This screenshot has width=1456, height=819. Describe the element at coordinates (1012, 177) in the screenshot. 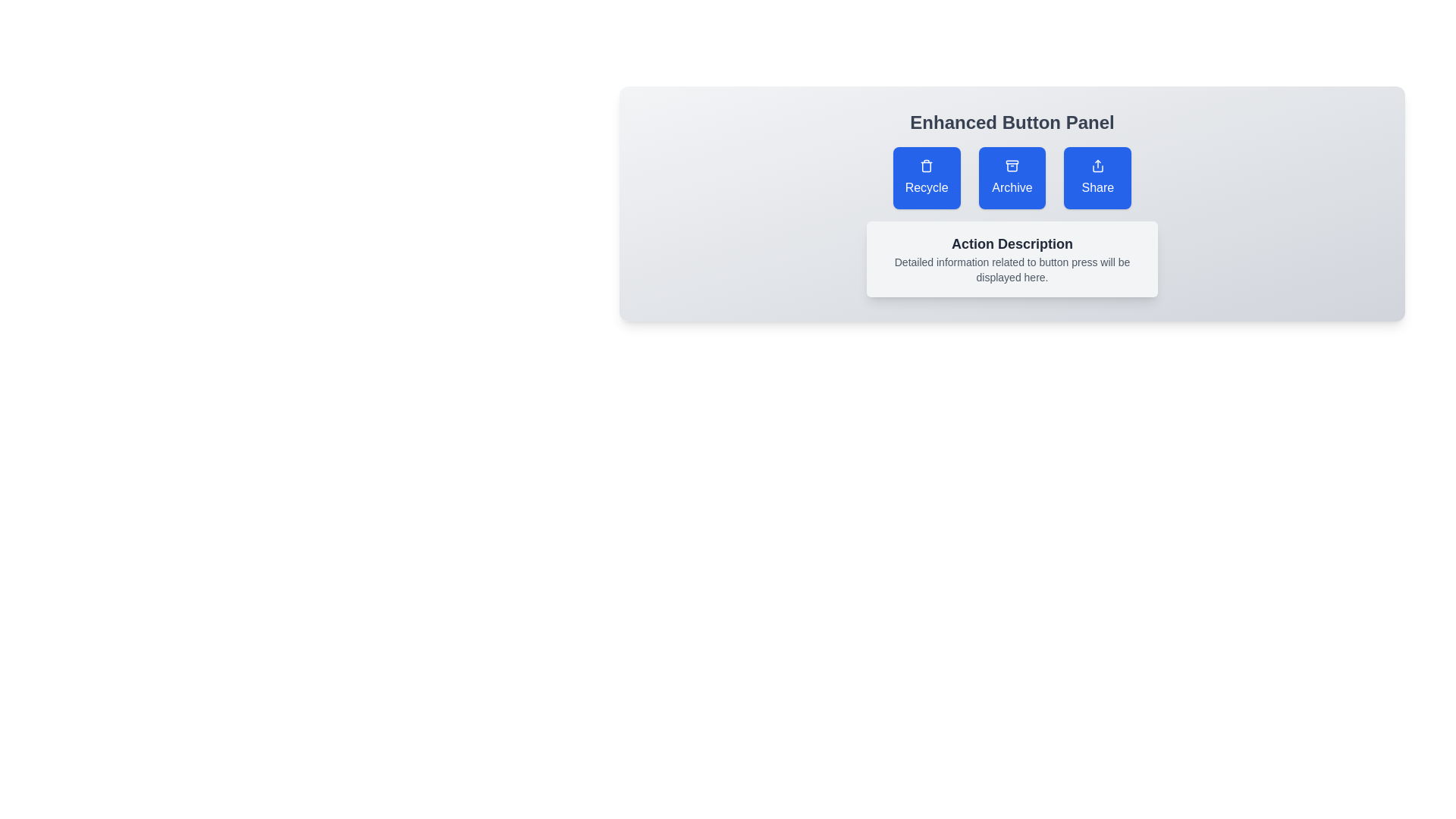

I see `the 'Archive' button, which is a blue rectangular button with a white archive icon and the label 'Archive' below it, located in the middle of a three-button grid under the heading 'Enhanced Button Panel'` at that location.